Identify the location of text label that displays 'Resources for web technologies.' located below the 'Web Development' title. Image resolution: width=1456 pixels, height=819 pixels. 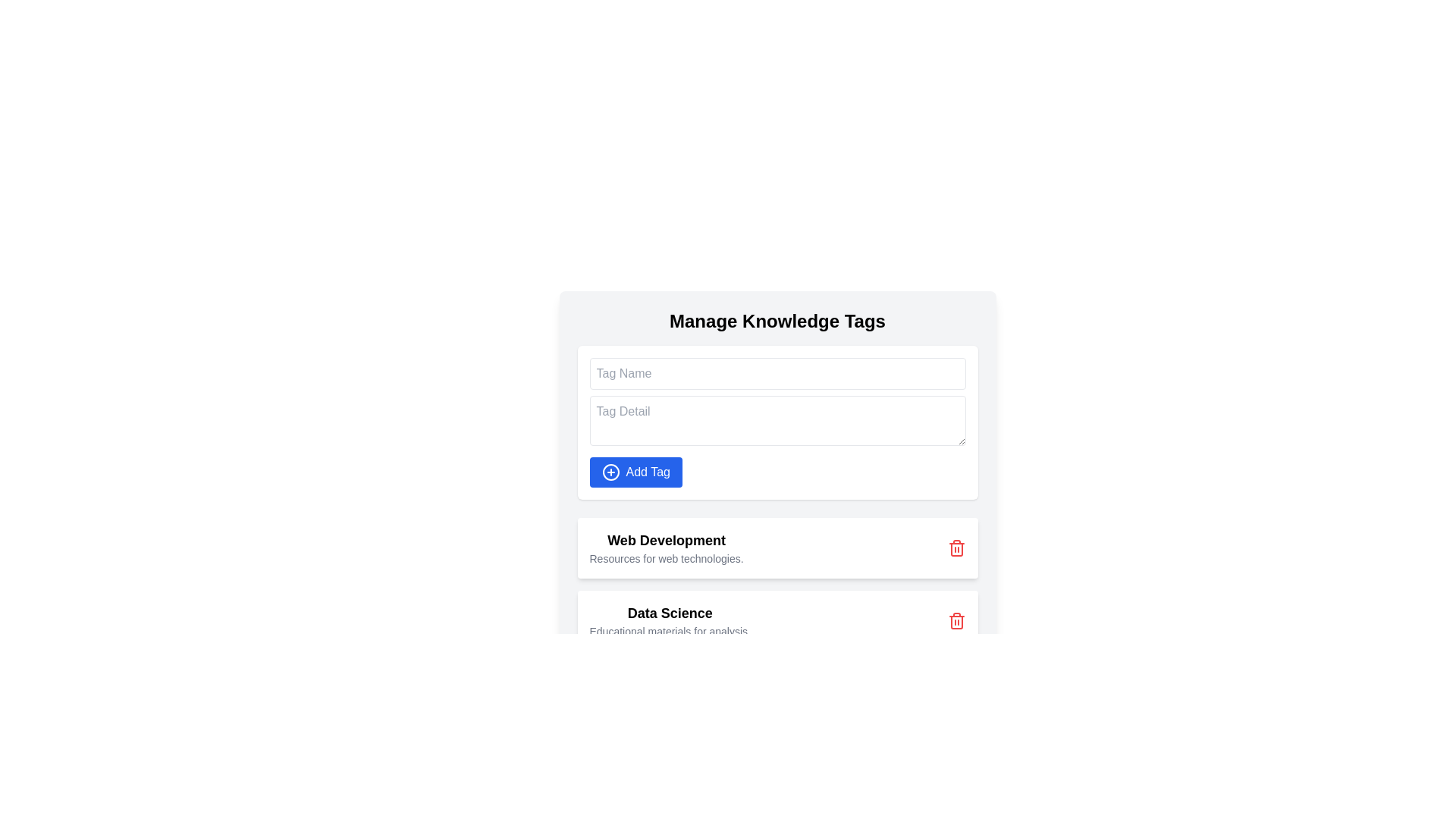
(666, 558).